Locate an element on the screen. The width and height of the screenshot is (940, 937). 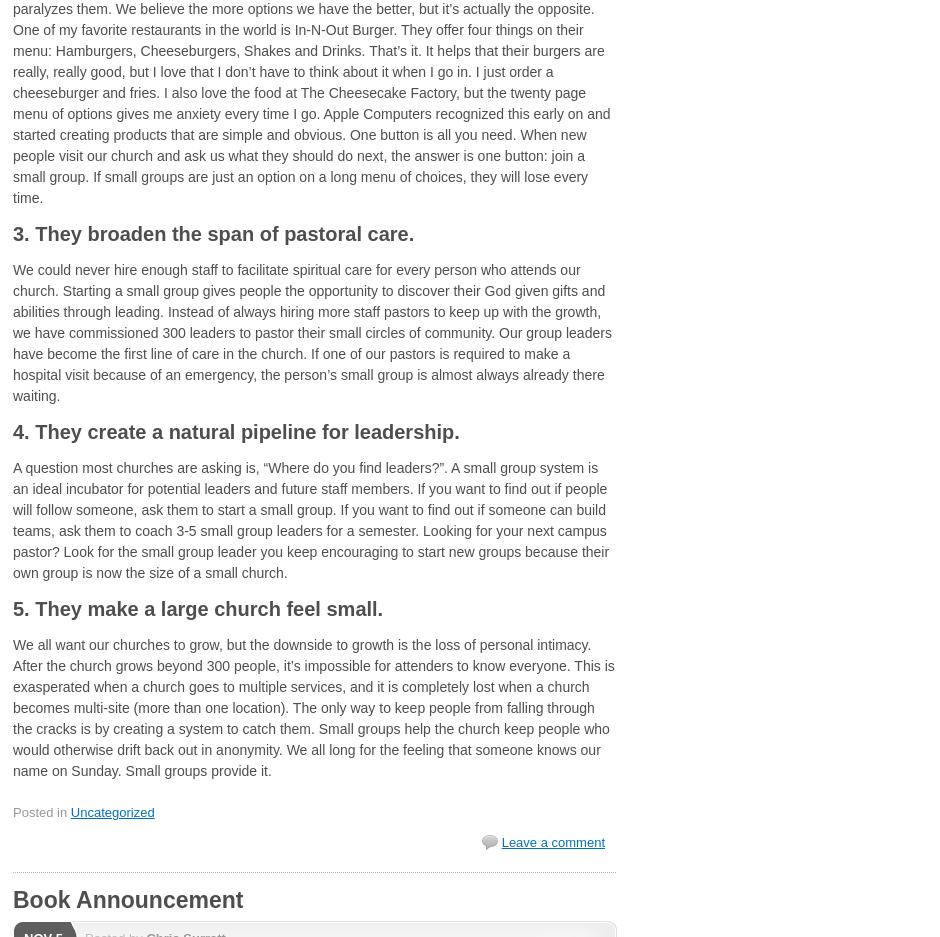
'A question most churches are asking is, “Where do you find leaders?”. A small group system is an ideal incubator for potential leaders and future staff members. If you want to find out if people will follow someone, ask them to start a small group. If you want to find out if someone can build teams, ask them to coach 3-5 small group leaders for a semester. Looking for your next campus pastor? Look for the small group leader you keep encouraging to start new groups because their own group is now the size of a small church.' is located at coordinates (310, 518).